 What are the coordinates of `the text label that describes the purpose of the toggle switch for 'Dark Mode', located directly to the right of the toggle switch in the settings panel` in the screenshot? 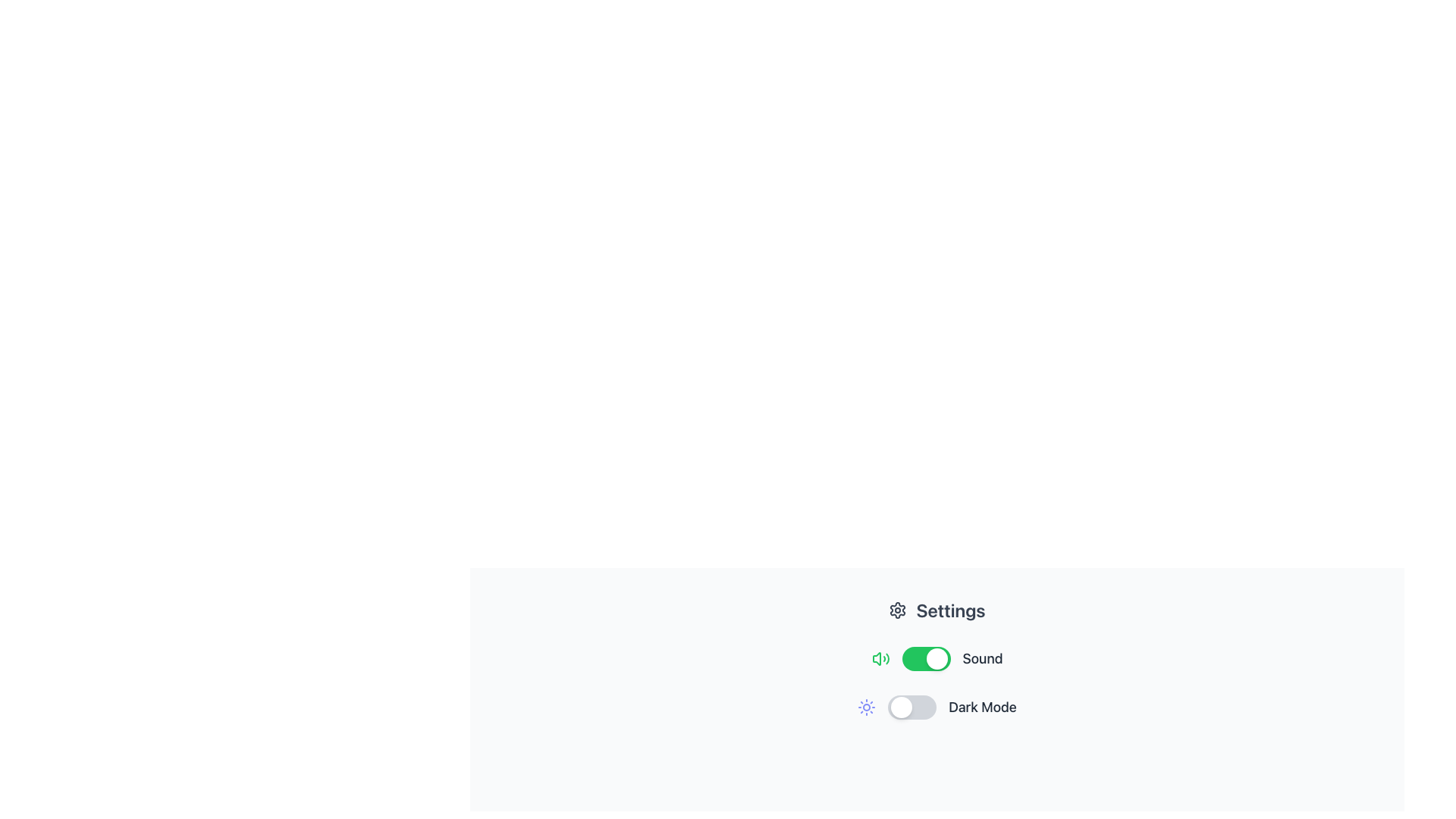 It's located at (983, 708).